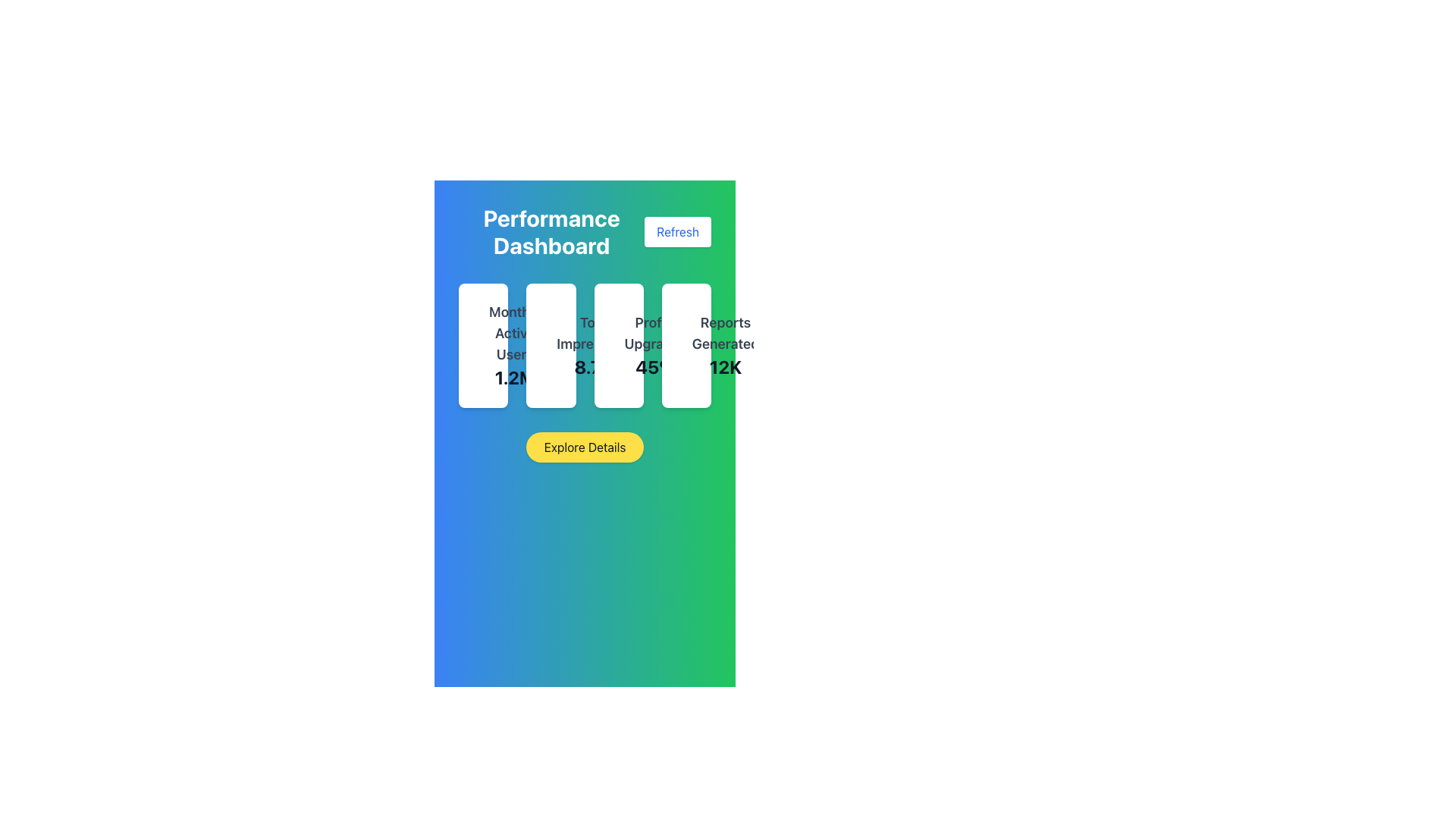 The width and height of the screenshot is (1456, 819). What do you see at coordinates (515, 332) in the screenshot?
I see `the text label 'Monthly Active Users' which is styled in a large bold font and positioned above the numeric figure '1.2M' in the leftmost card on the dashboard` at bounding box center [515, 332].